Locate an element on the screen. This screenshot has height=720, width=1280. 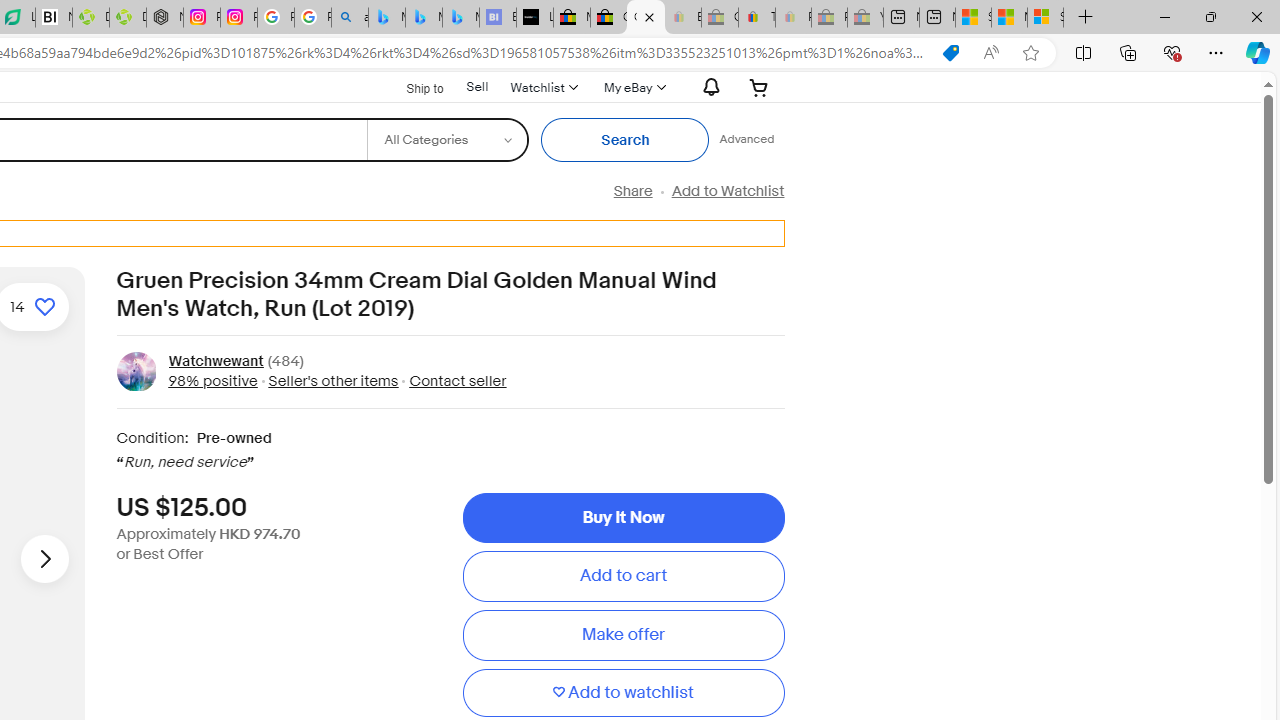
'Sell' is located at coordinates (476, 86).